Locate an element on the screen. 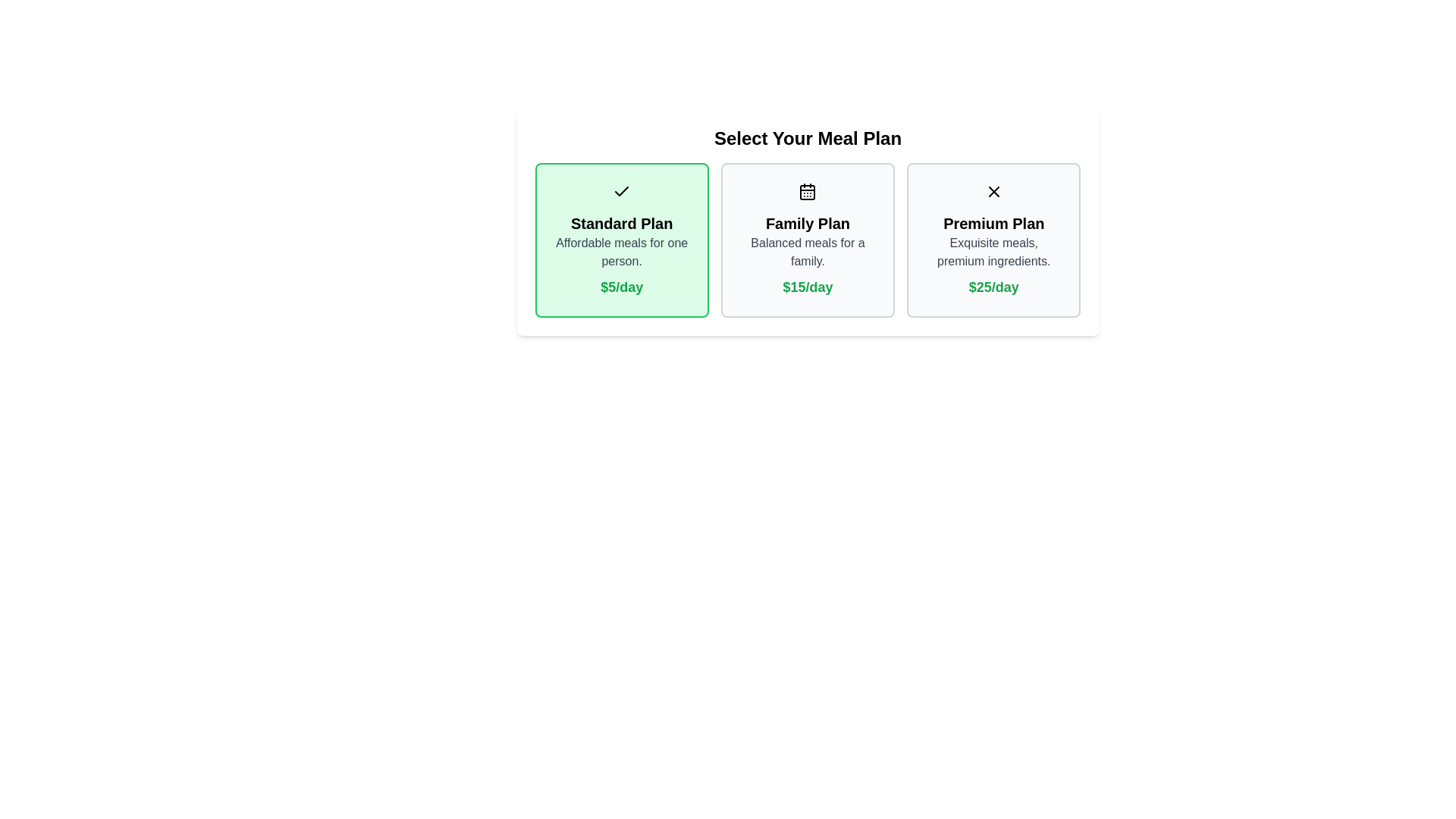 The height and width of the screenshot is (819, 1456). the diagonal cross icon located in the upper center section of the third card titled 'Premium Plan' in the meal selection options is located at coordinates (993, 191).